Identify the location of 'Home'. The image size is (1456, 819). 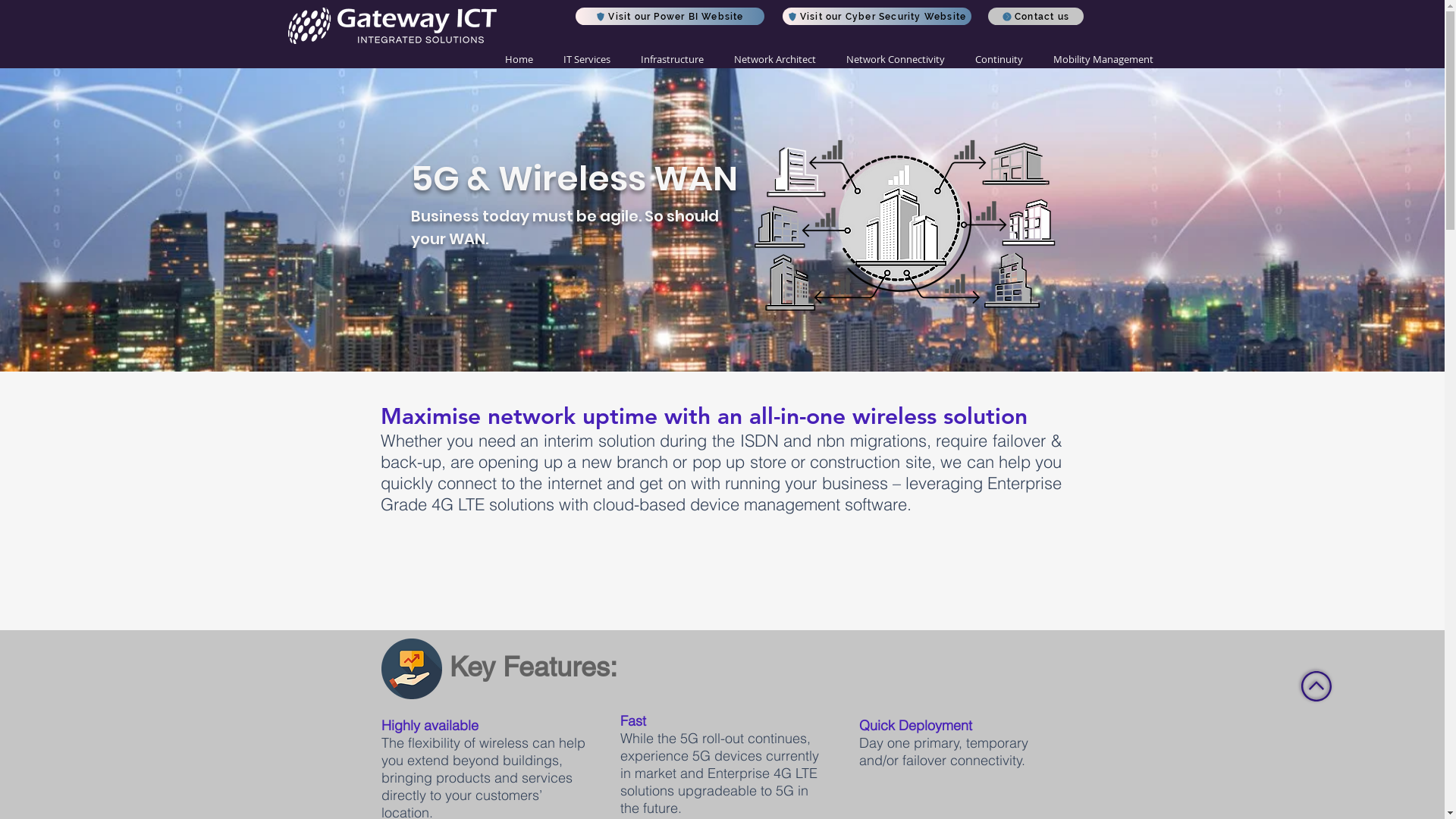
(519, 58).